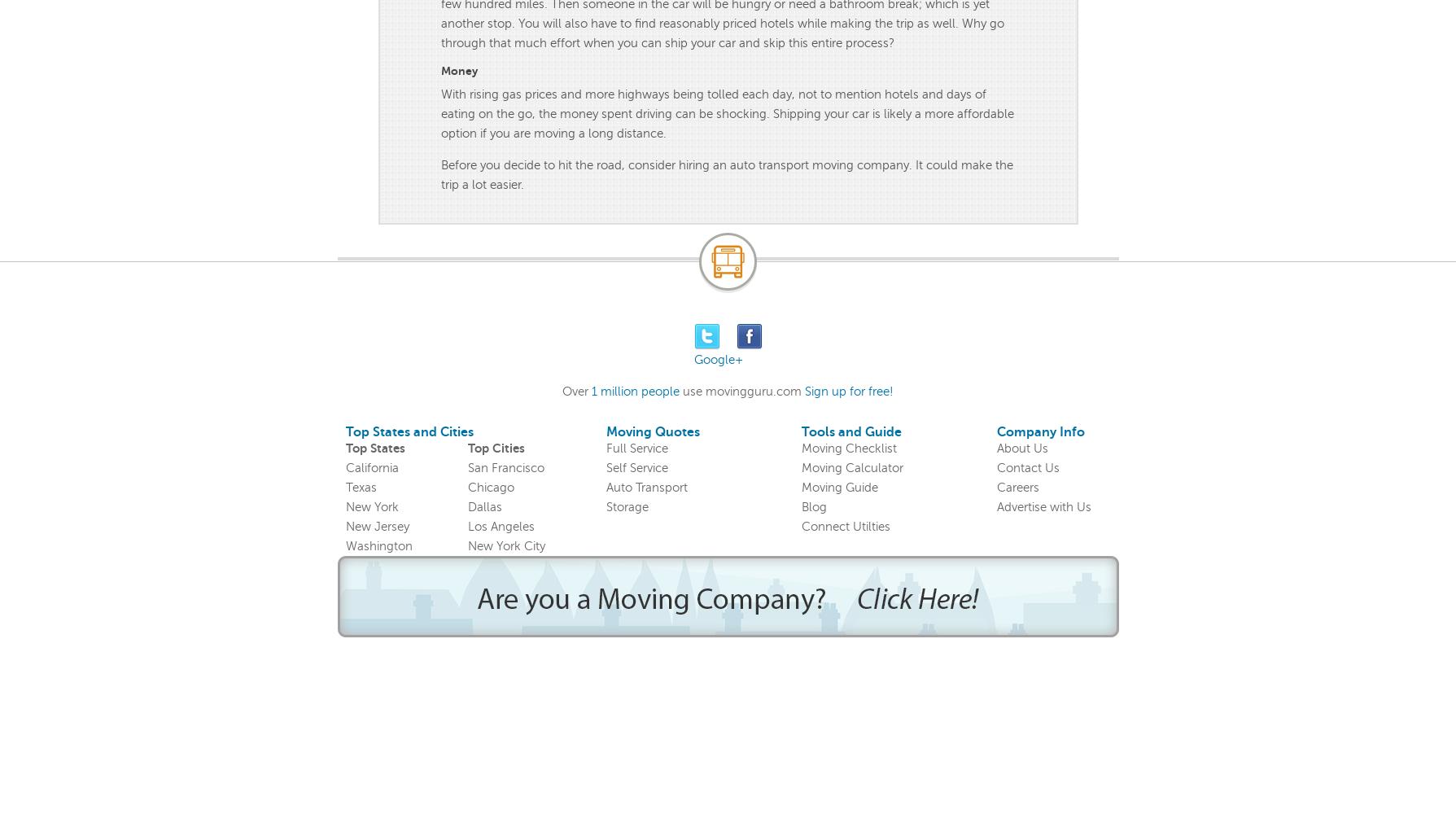 The height and width of the screenshot is (814, 1456). I want to click on 'Self Service', so click(636, 467).